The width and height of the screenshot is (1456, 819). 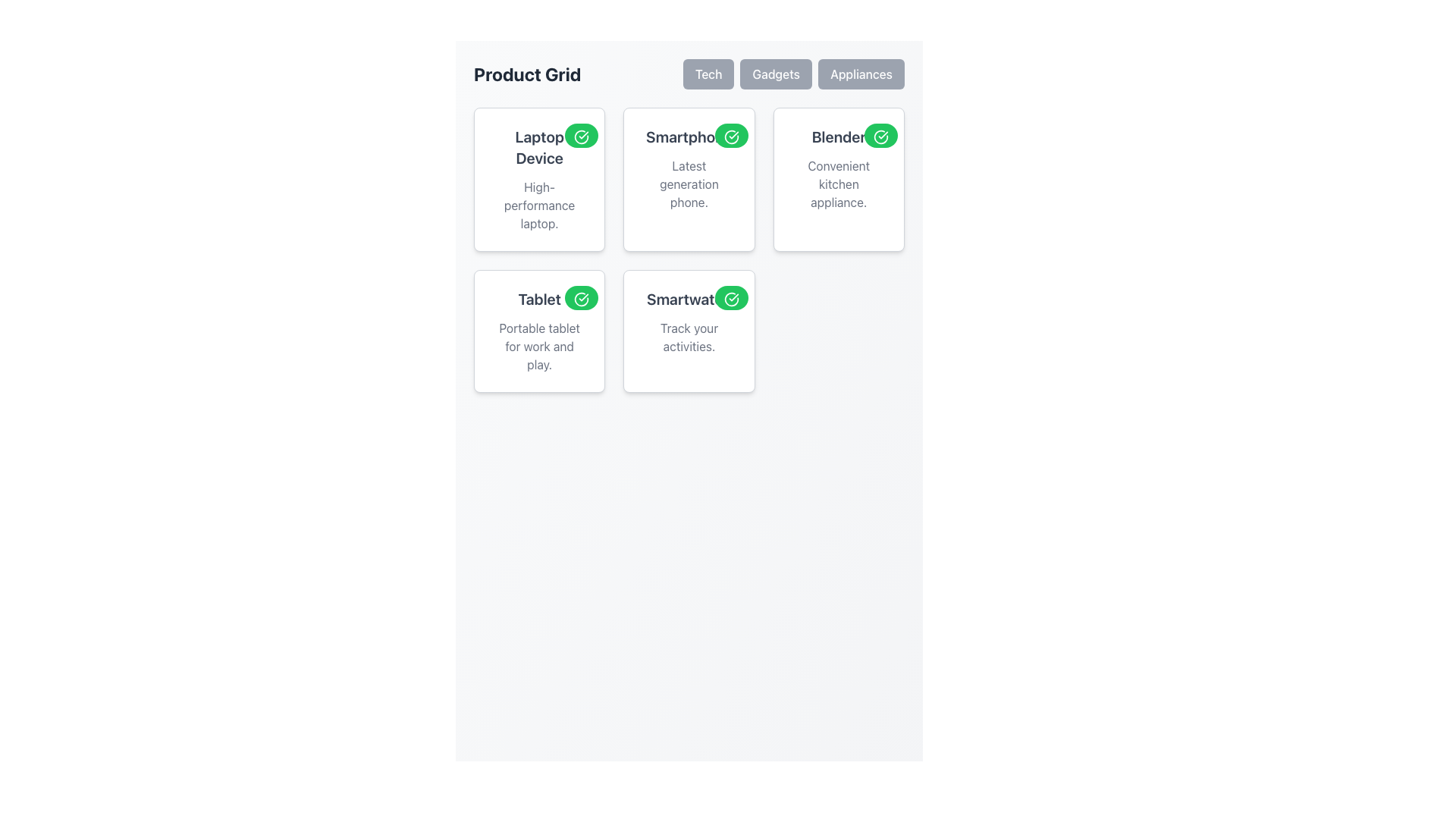 What do you see at coordinates (880, 134) in the screenshot?
I see `the circular green confirmation button with a white check icon located at the top-right corner of the 'Blender' product card` at bounding box center [880, 134].